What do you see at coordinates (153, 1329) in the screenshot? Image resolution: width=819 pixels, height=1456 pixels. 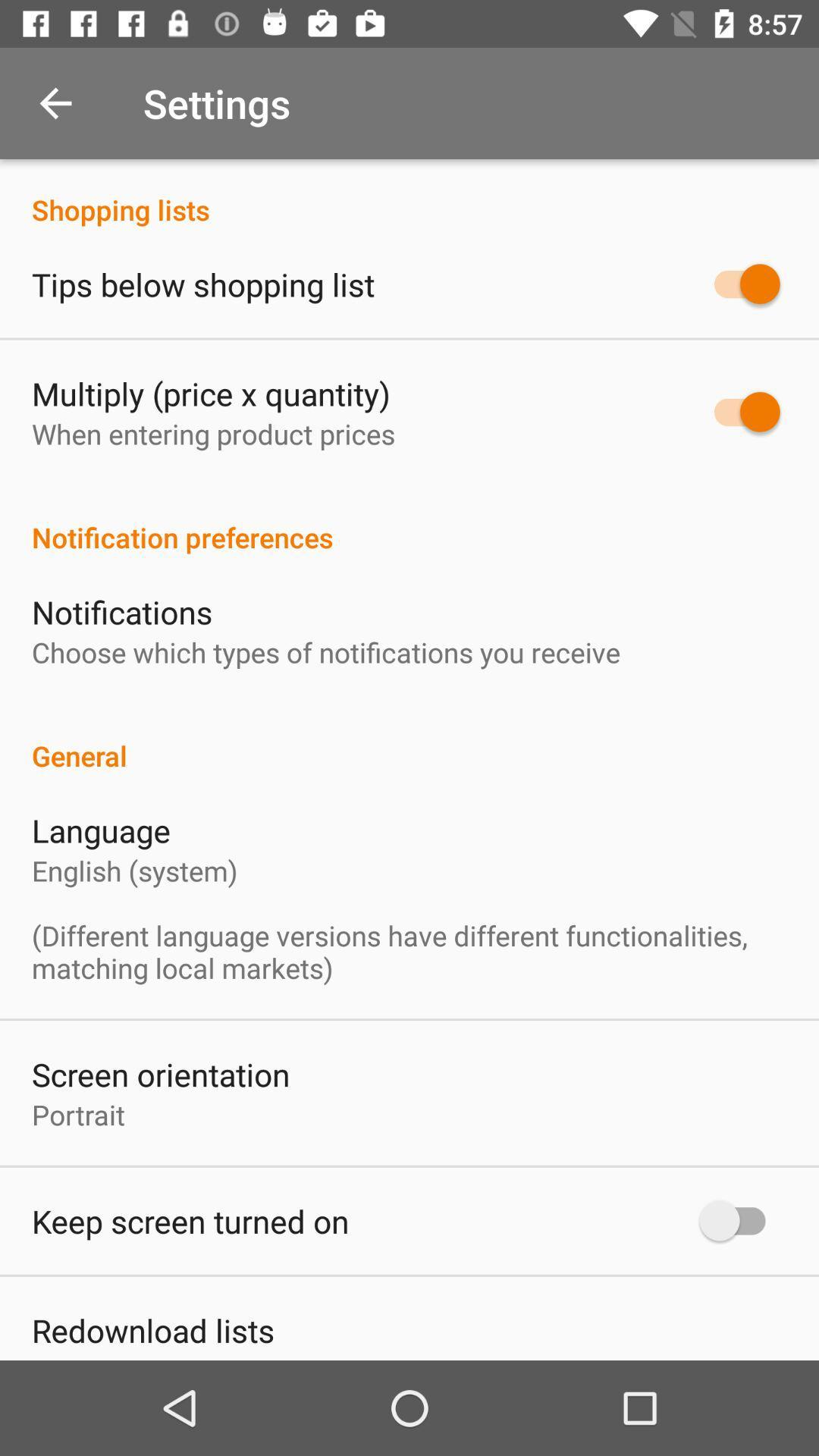 I see `redownload lists icon` at bounding box center [153, 1329].